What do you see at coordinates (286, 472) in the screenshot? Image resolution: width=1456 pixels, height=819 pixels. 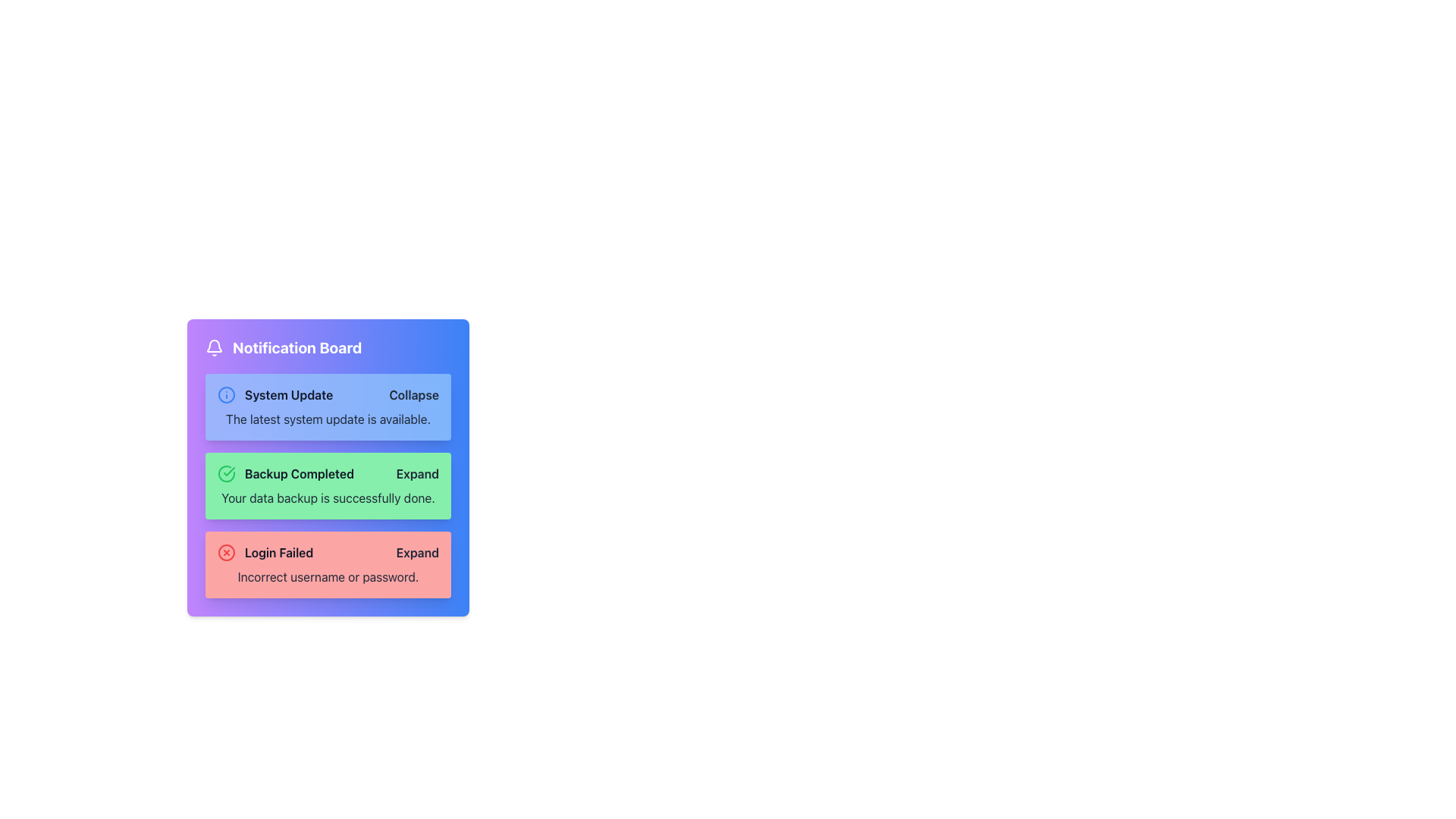 I see `the static text indicating that the backup process has been successfully completed, which is located in the green notification bar below the 'System Update' section and above the 'Login Failed' section` at bounding box center [286, 472].